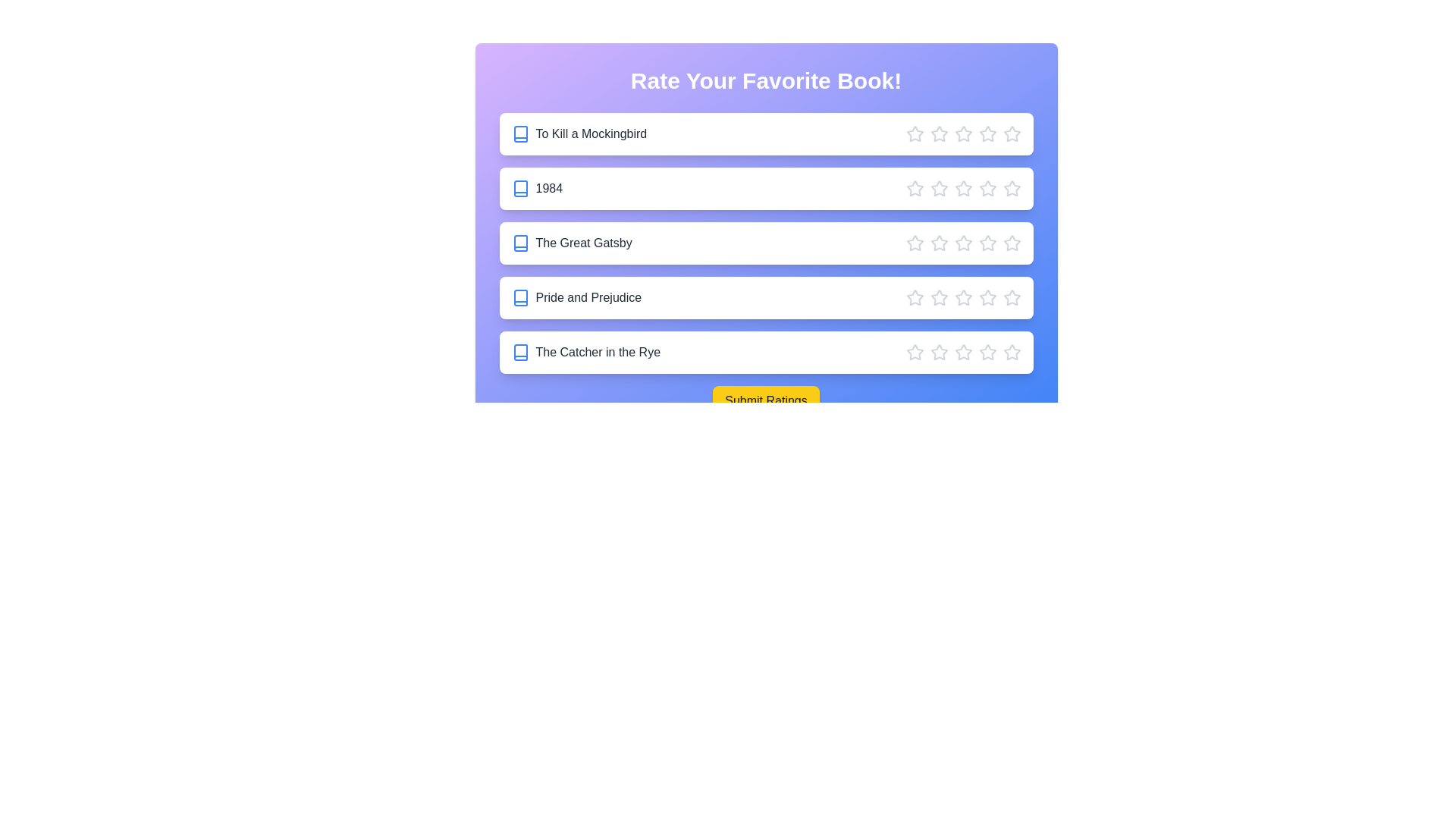  I want to click on the star corresponding to 1 stars for the book '1984', so click(914, 188).